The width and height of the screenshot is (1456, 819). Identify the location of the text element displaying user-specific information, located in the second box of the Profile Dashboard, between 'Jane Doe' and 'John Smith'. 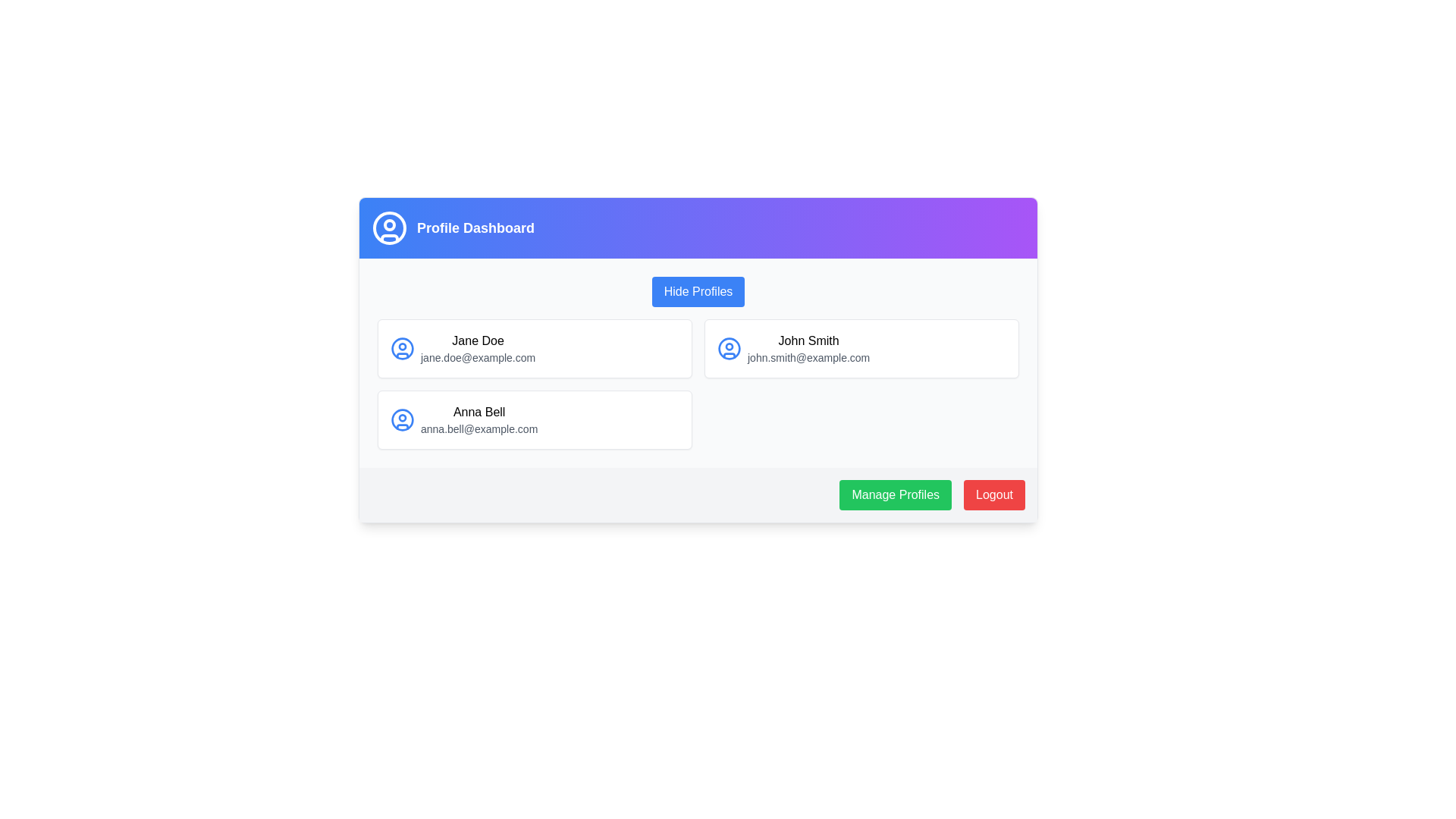
(479, 420).